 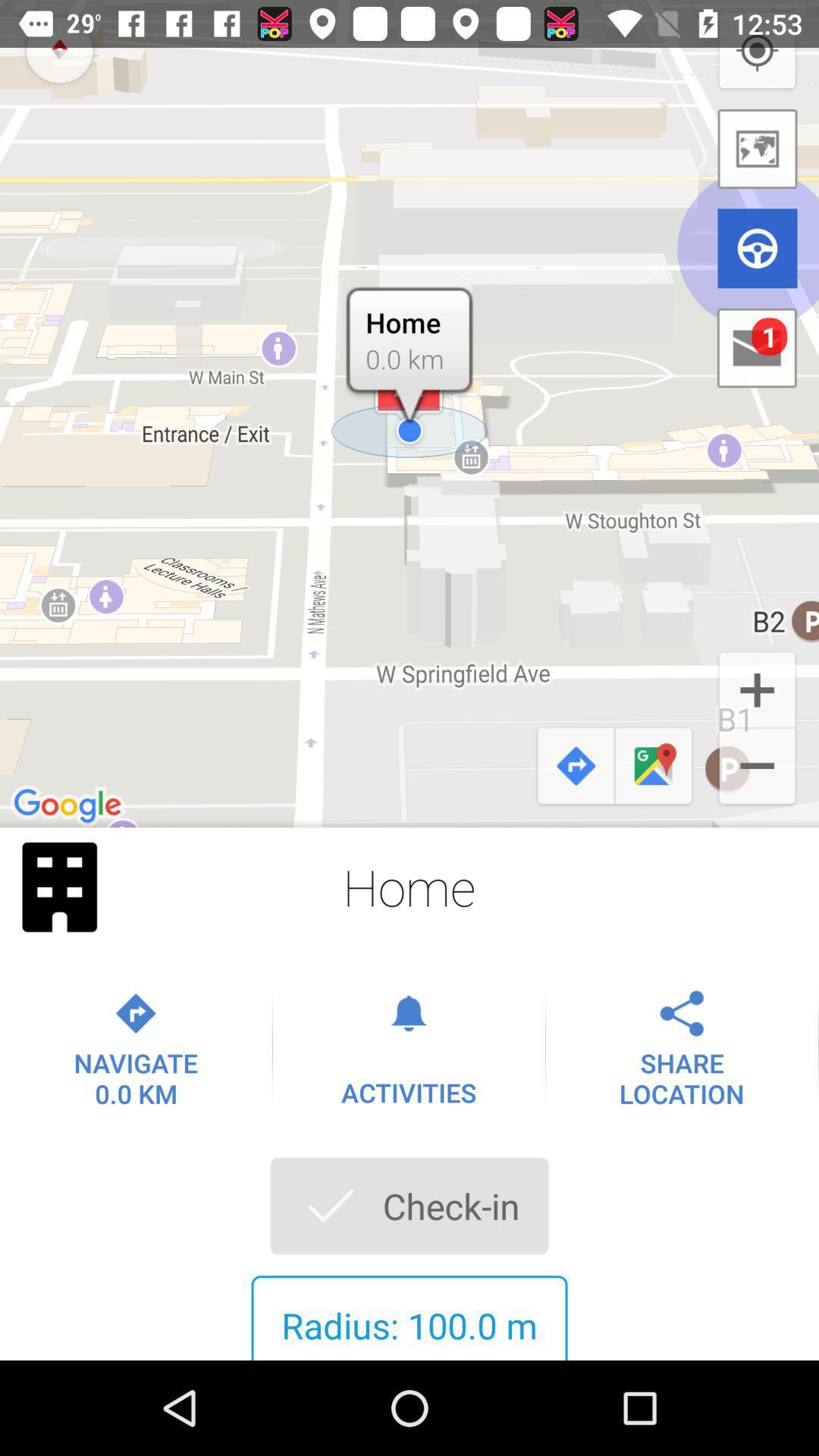 I want to click on the email icon, so click(x=757, y=347).